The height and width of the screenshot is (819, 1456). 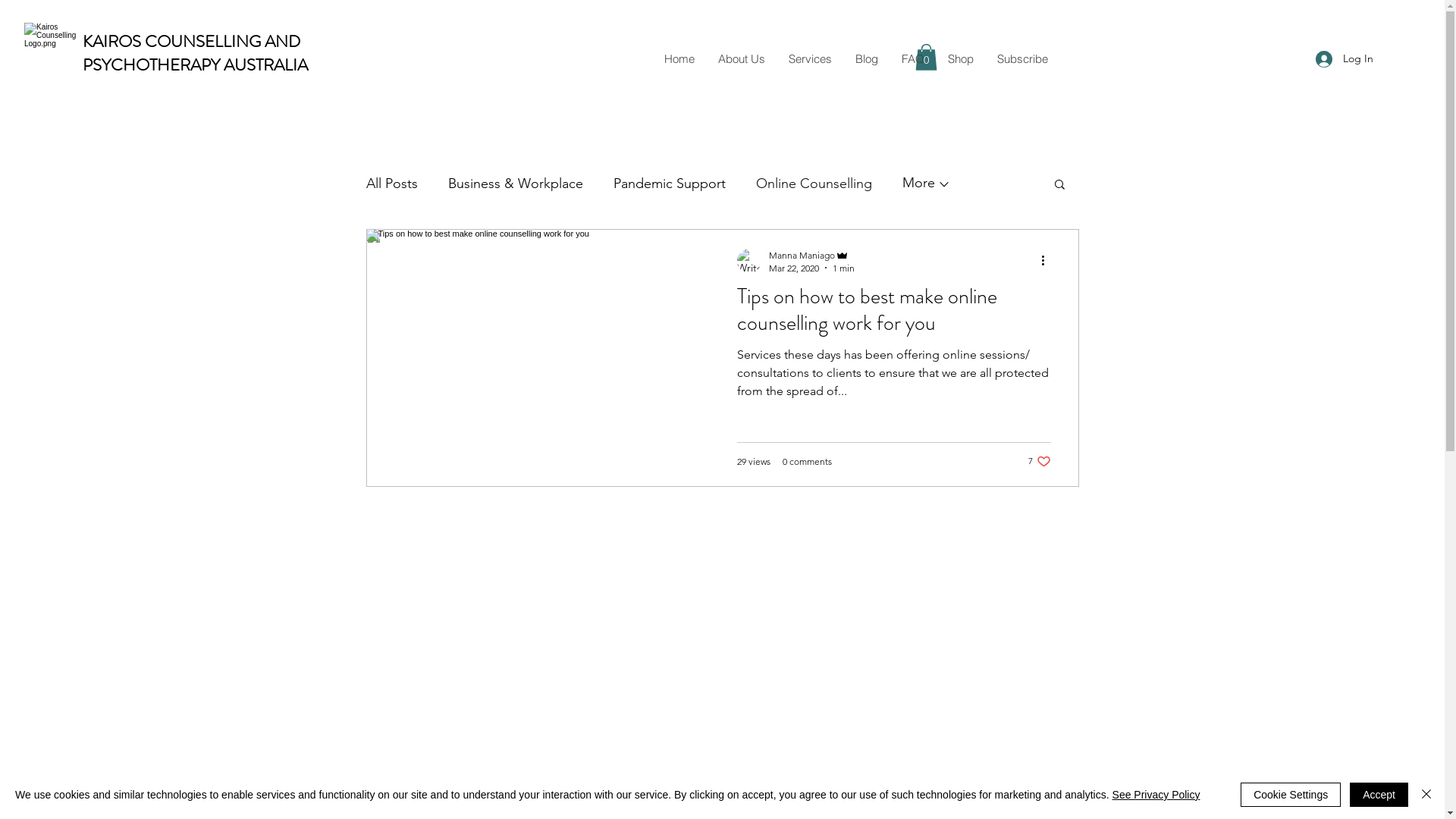 I want to click on 'Tips on how to best make online counselling work for you', so click(x=894, y=313).